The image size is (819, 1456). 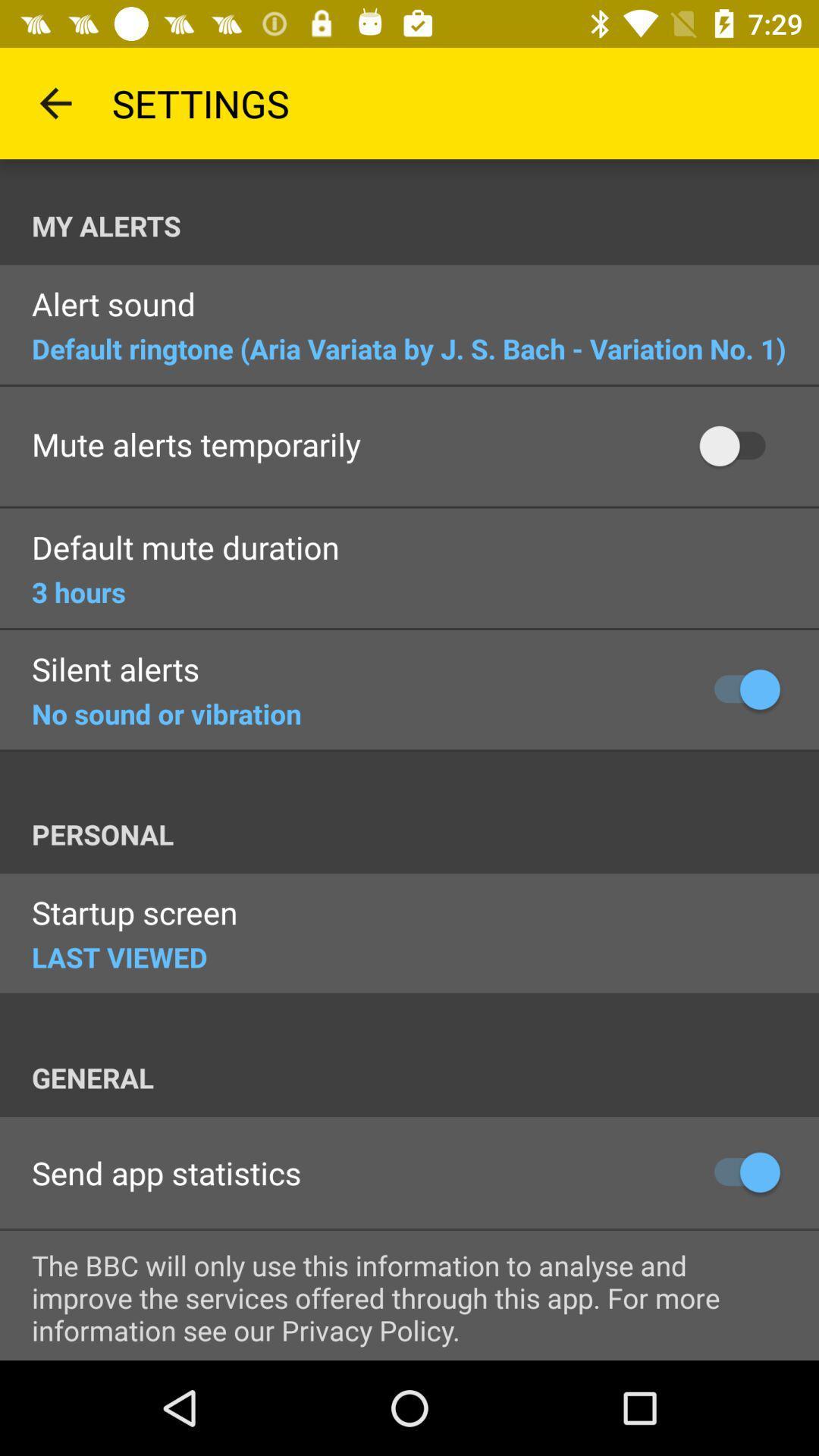 What do you see at coordinates (78, 591) in the screenshot?
I see `icon below default mute duration item` at bounding box center [78, 591].